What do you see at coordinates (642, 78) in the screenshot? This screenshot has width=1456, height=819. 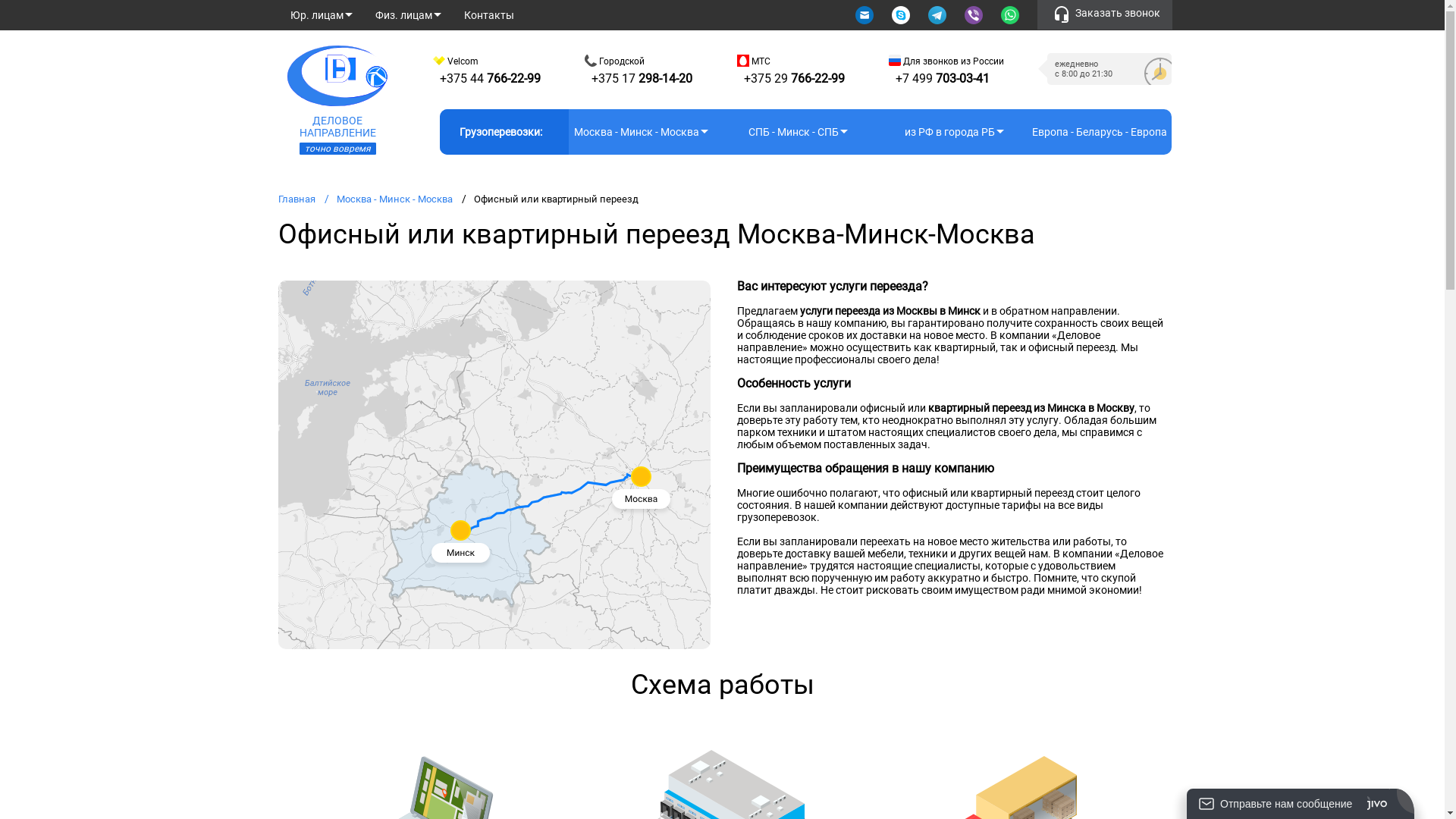 I see `'+375 17 298-14-20'` at bounding box center [642, 78].